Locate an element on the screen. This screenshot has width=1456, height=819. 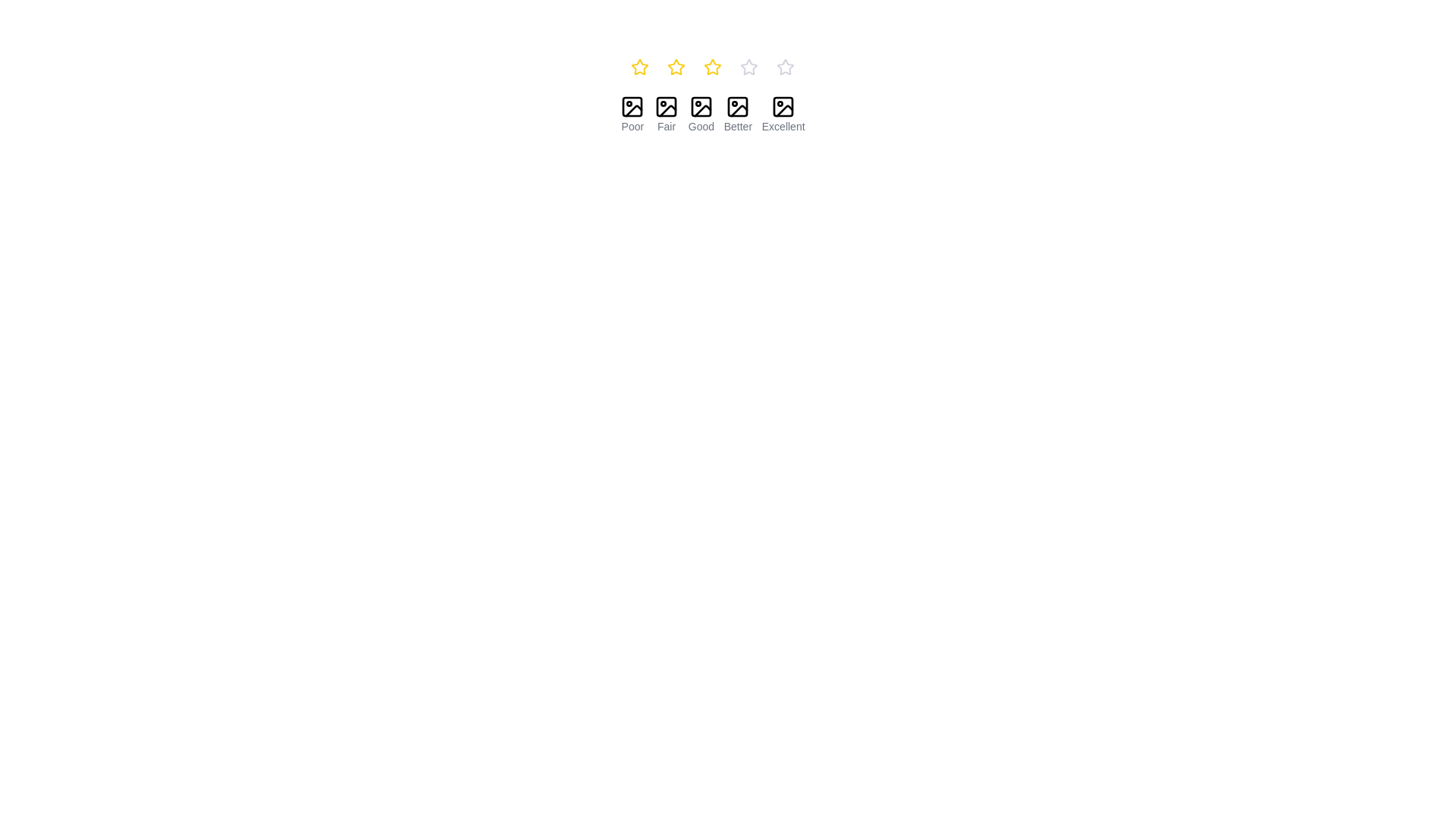
the second star icon in the horizontal sequence of five star icons to set a rating is located at coordinates (676, 66).